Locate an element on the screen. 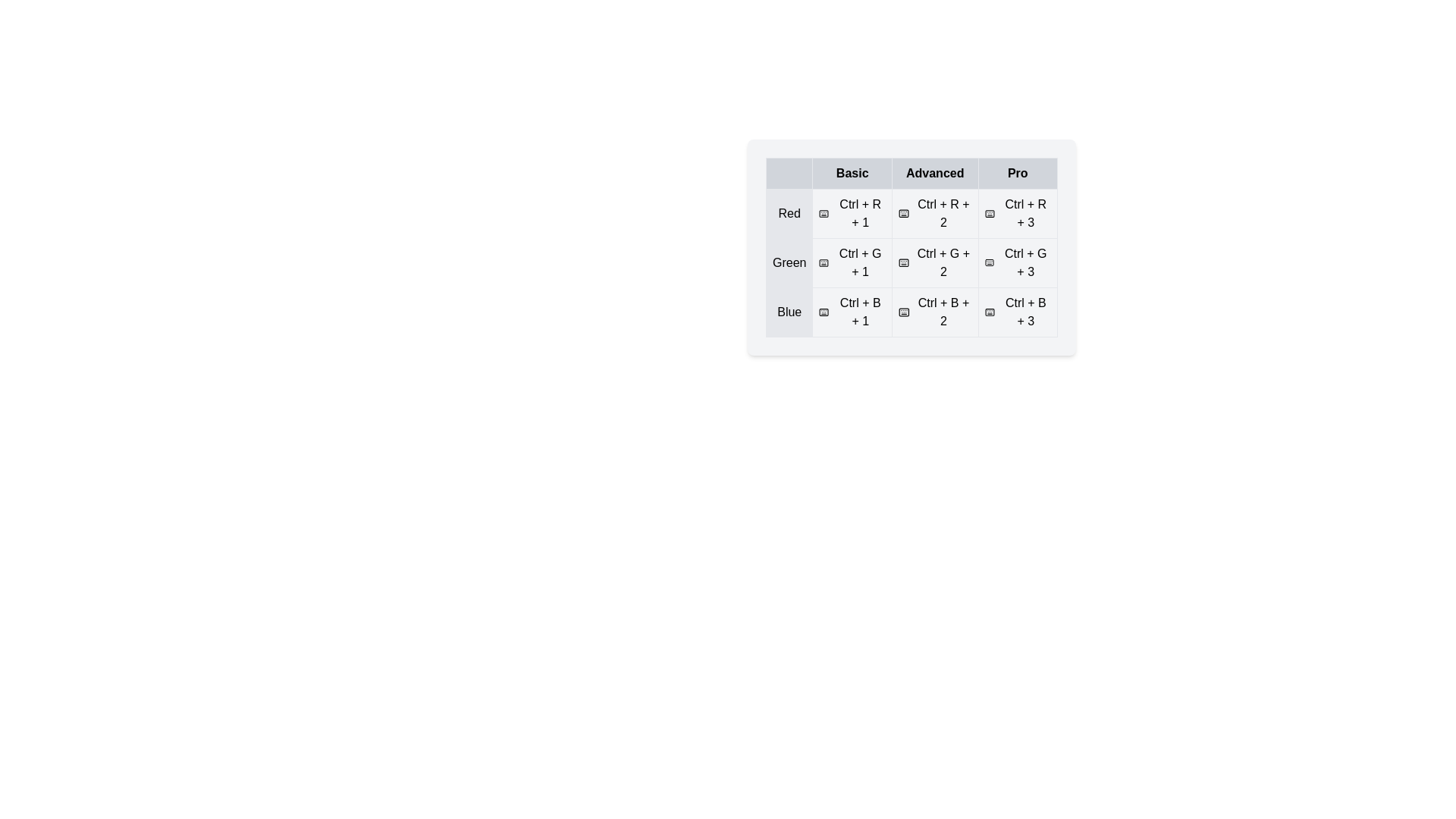 This screenshot has width=1456, height=819. the static content label with an icon located in the first row labeled 'Red' and first column labeled 'Basic' which displays a keyboard shortcut or command representation is located at coordinates (852, 213).